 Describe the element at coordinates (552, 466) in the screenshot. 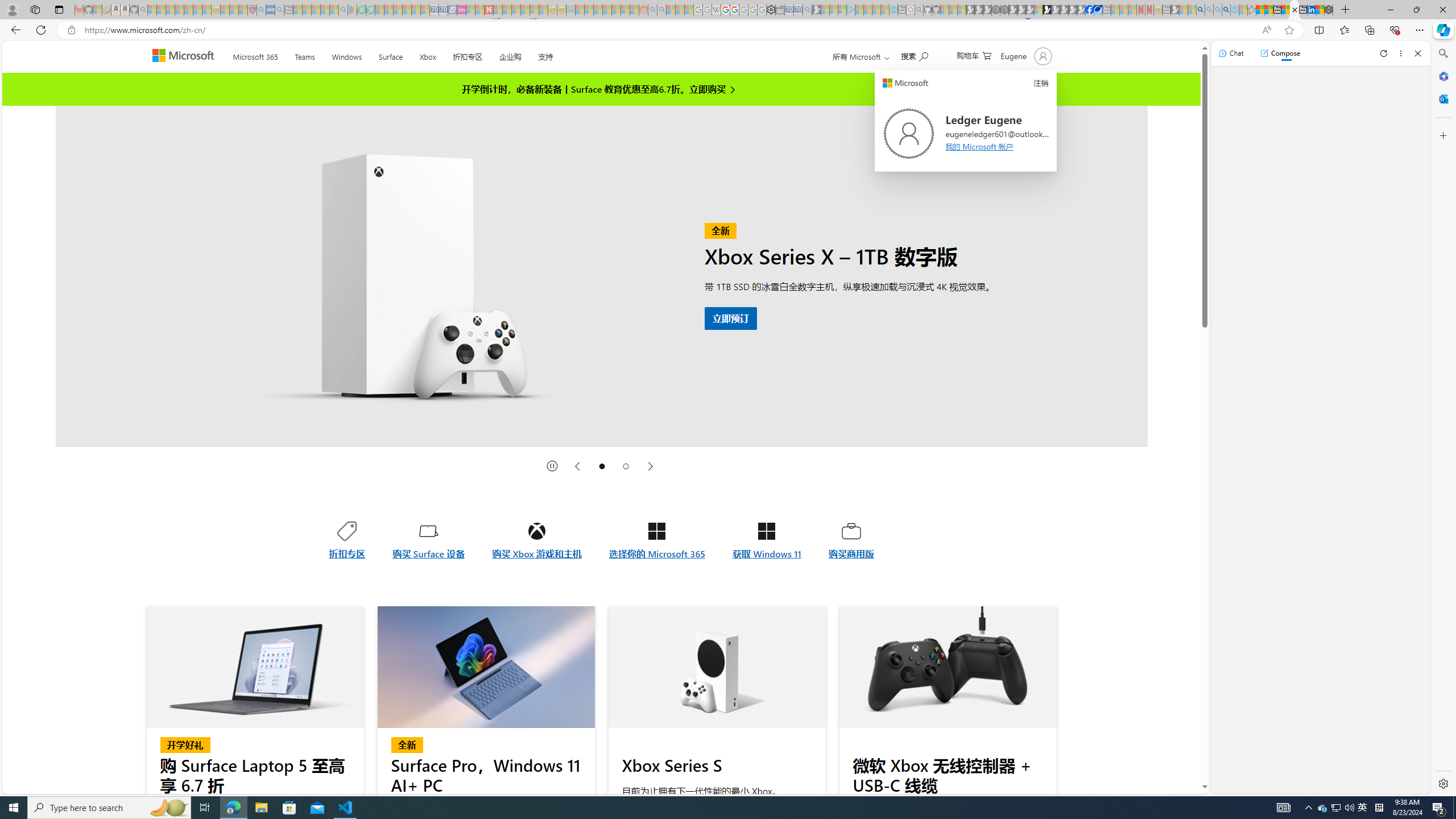

I see `'Pause'` at that location.